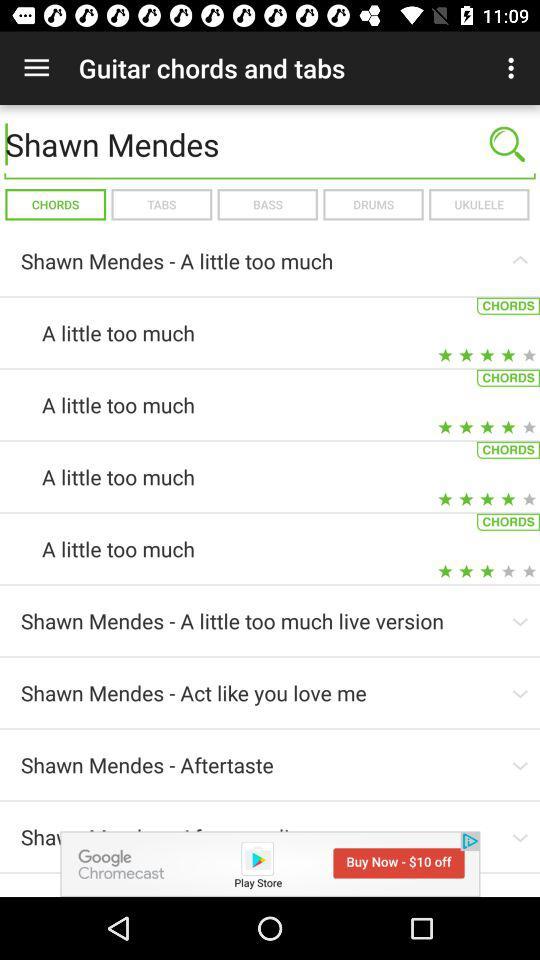 The image size is (540, 960). What do you see at coordinates (267, 204) in the screenshot?
I see `bass` at bounding box center [267, 204].